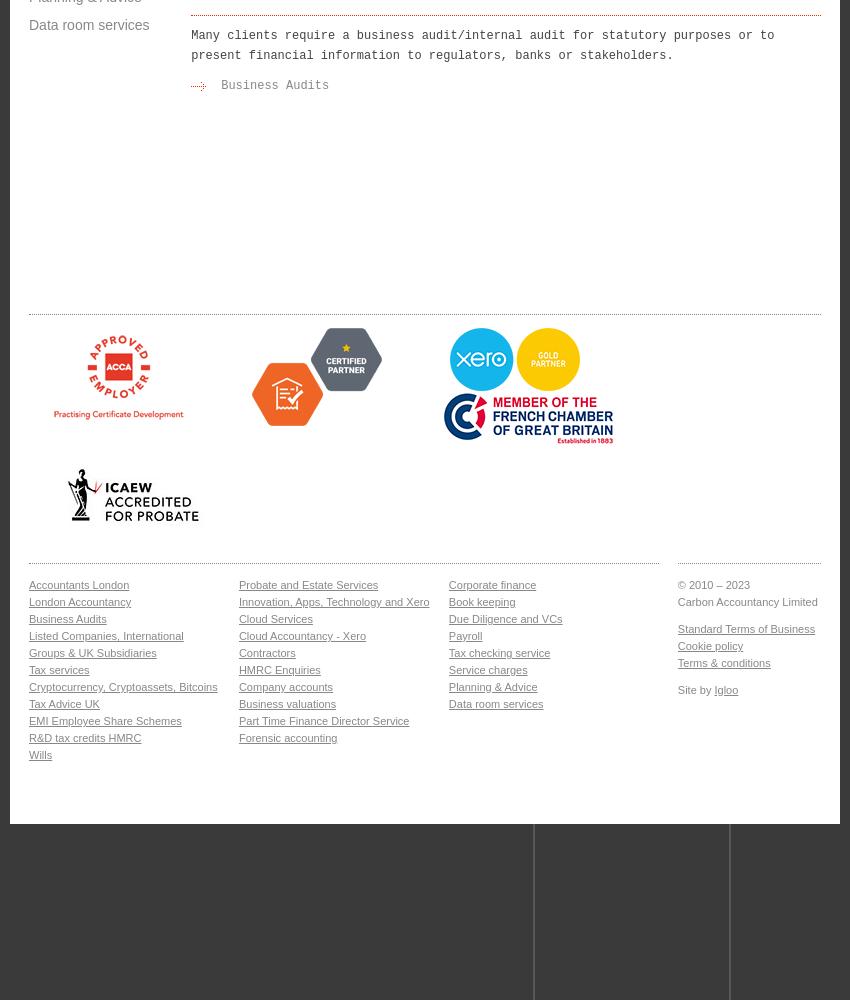 The height and width of the screenshot is (1000, 850). Describe the element at coordinates (677, 601) in the screenshot. I see `'Carbon Accountancy Limited'` at that location.